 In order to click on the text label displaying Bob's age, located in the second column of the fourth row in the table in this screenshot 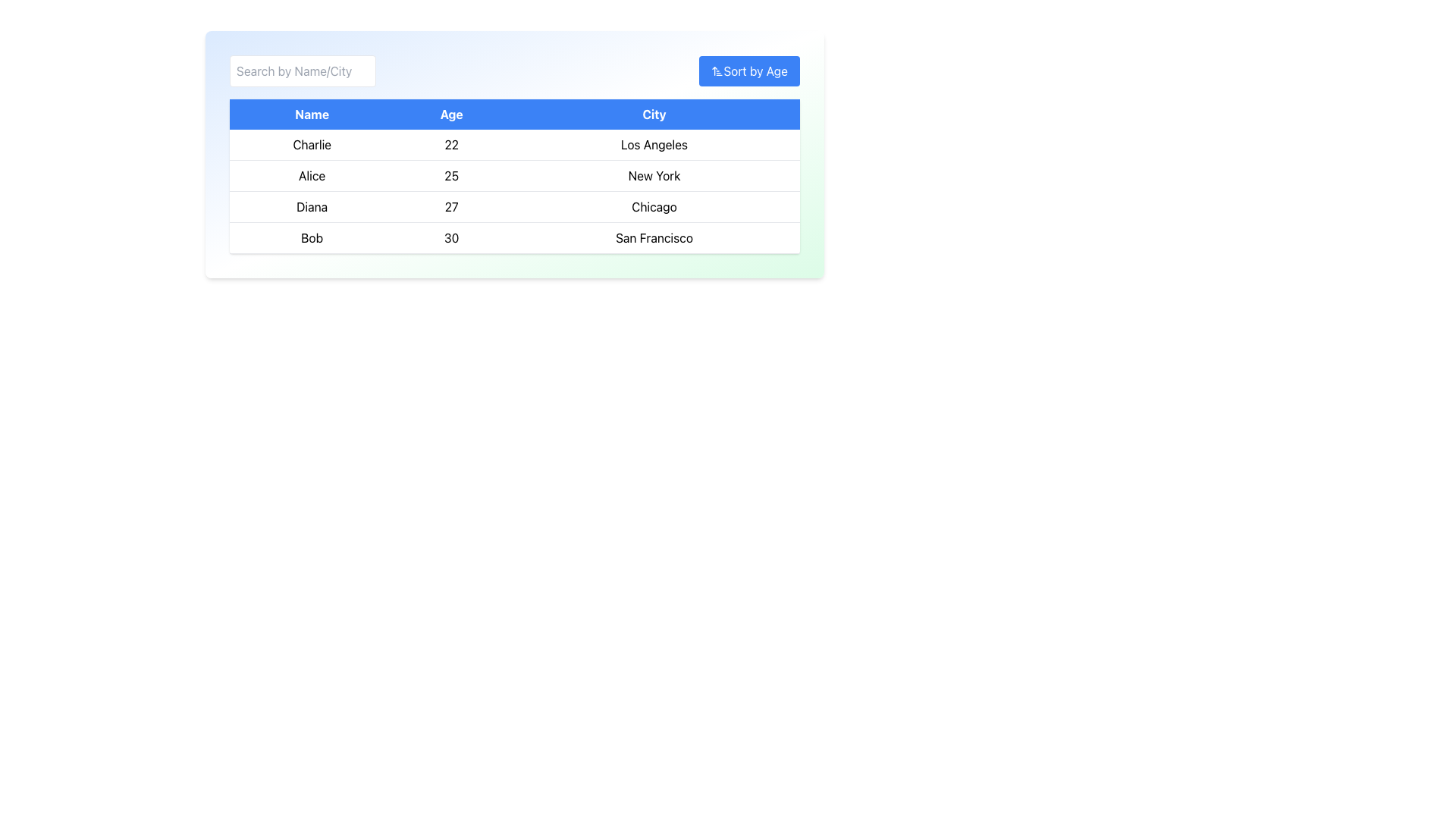, I will do `click(450, 237)`.